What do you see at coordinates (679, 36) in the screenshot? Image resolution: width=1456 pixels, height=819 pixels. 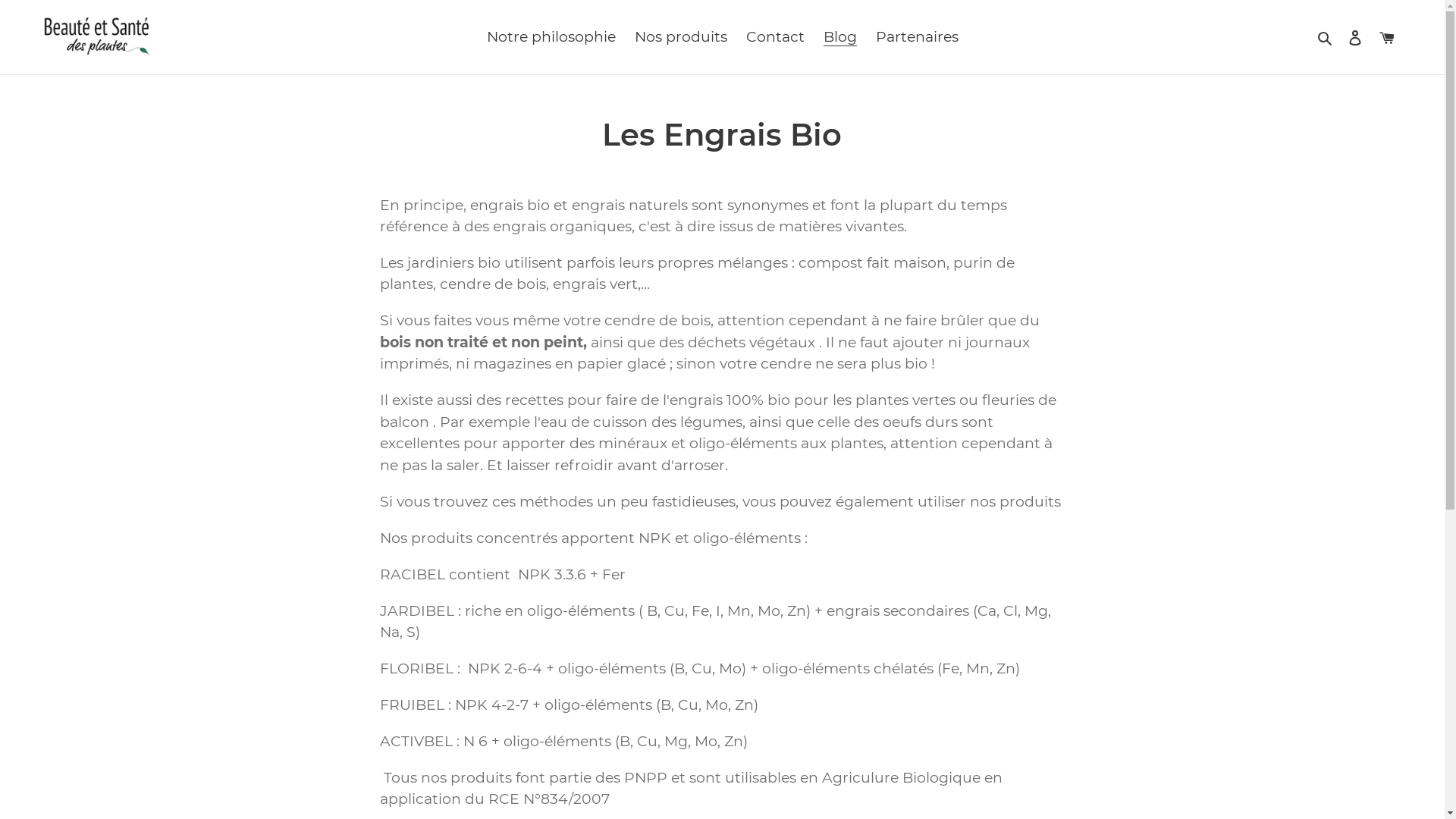 I see `'Nos produits'` at bounding box center [679, 36].